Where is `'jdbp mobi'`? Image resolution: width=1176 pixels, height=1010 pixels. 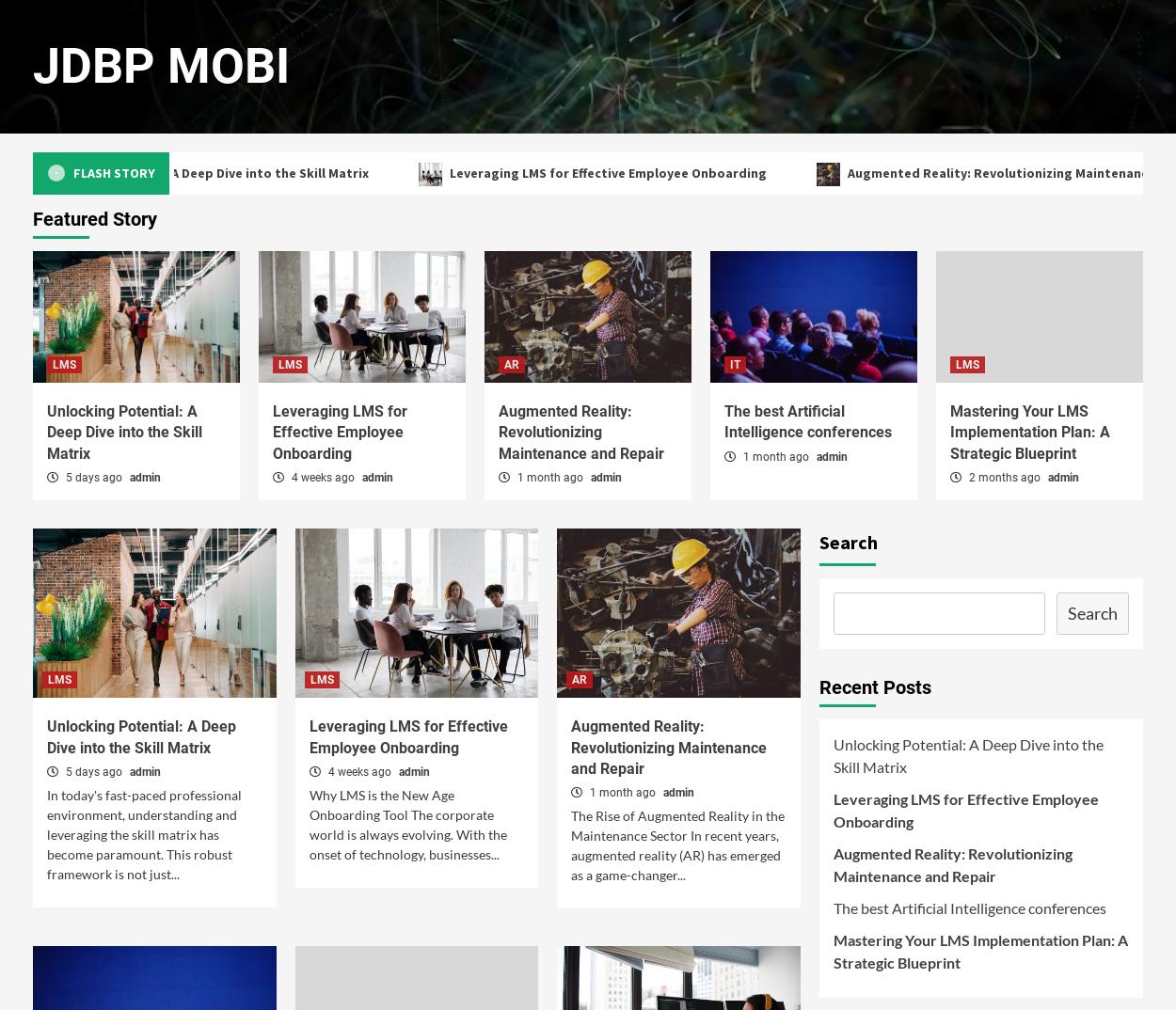 'jdbp mobi' is located at coordinates (161, 66).